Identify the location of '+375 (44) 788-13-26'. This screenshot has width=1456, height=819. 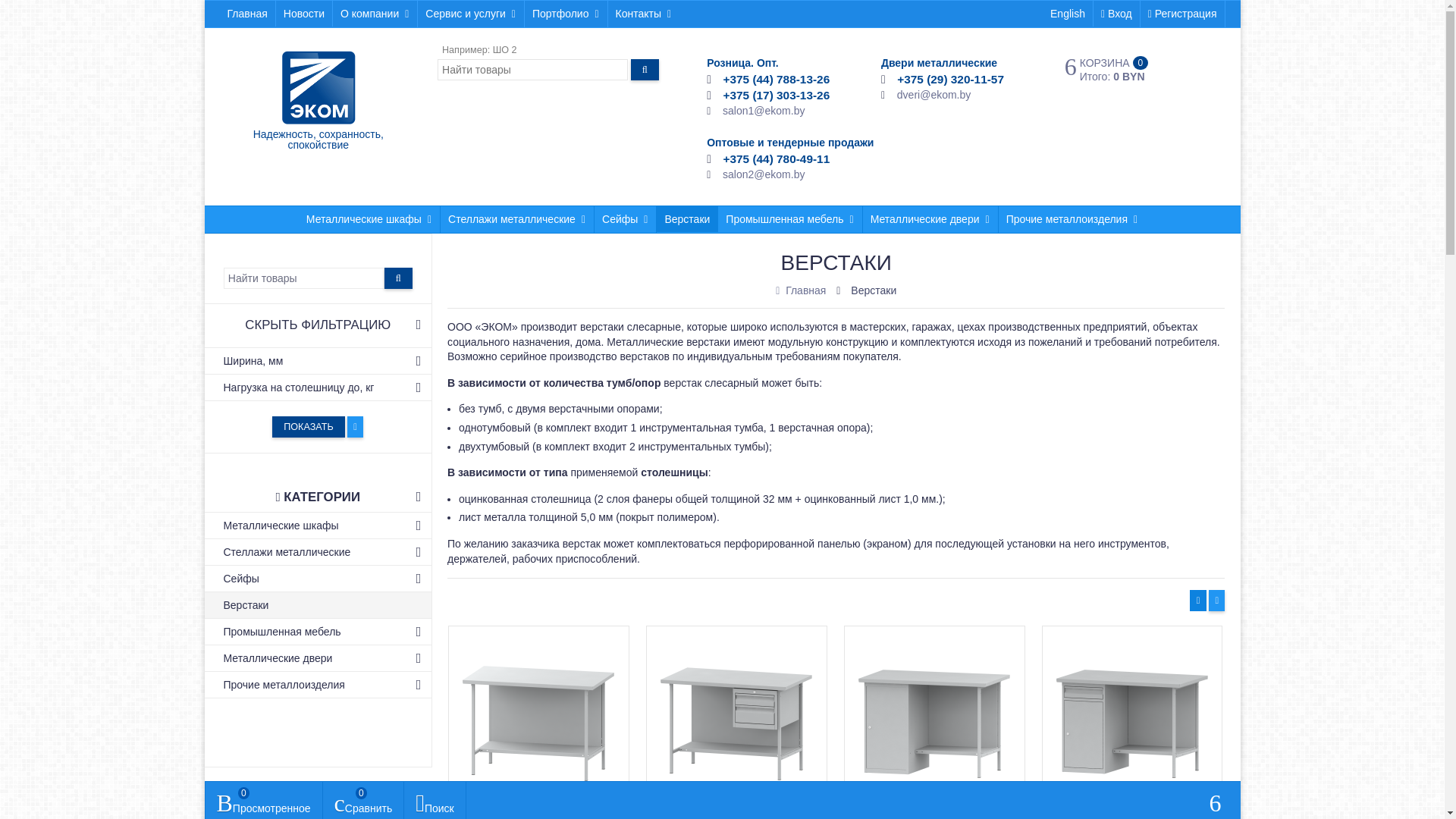
(722, 79).